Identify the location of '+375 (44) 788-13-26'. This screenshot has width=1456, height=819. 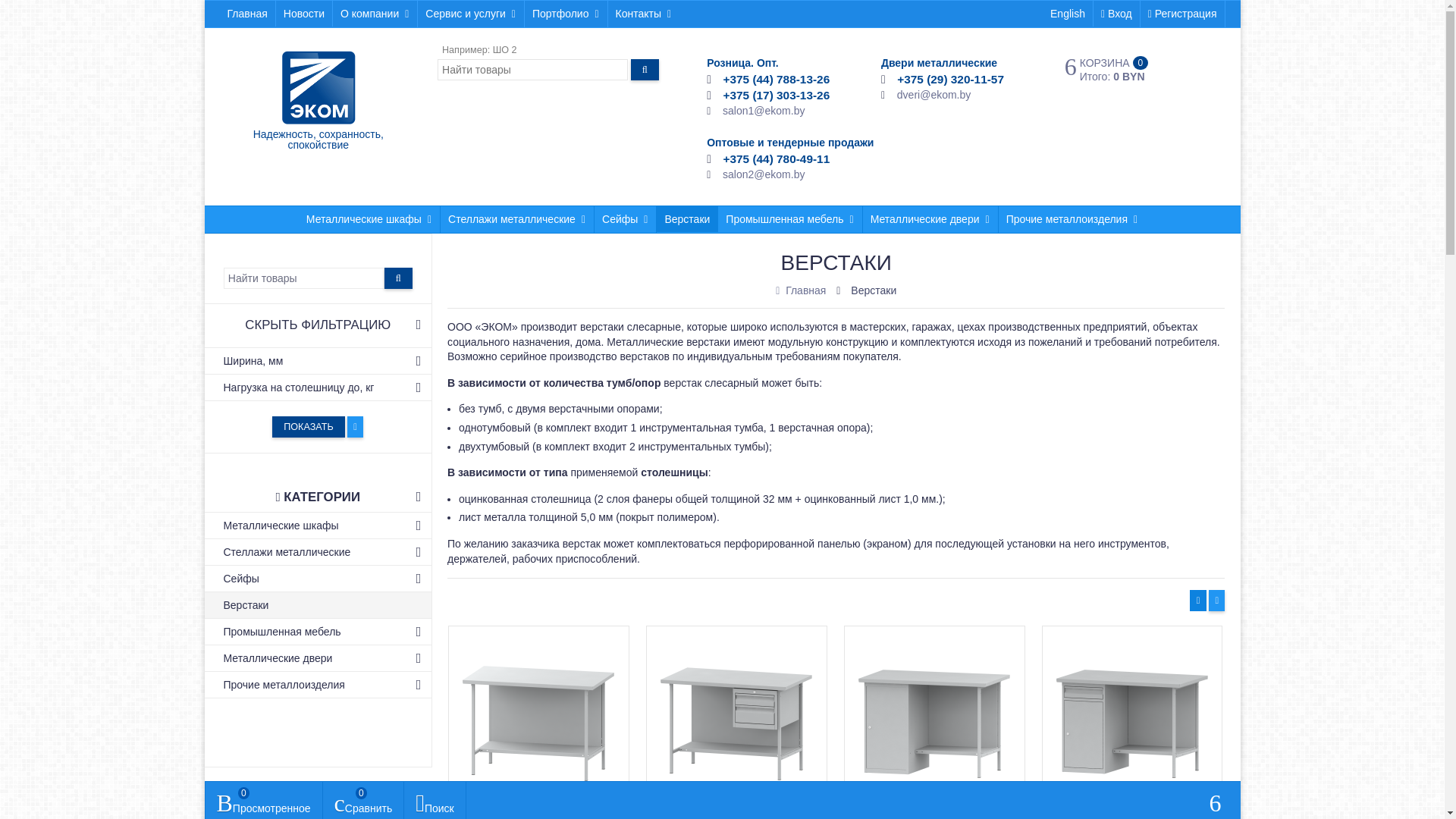
(722, 79).